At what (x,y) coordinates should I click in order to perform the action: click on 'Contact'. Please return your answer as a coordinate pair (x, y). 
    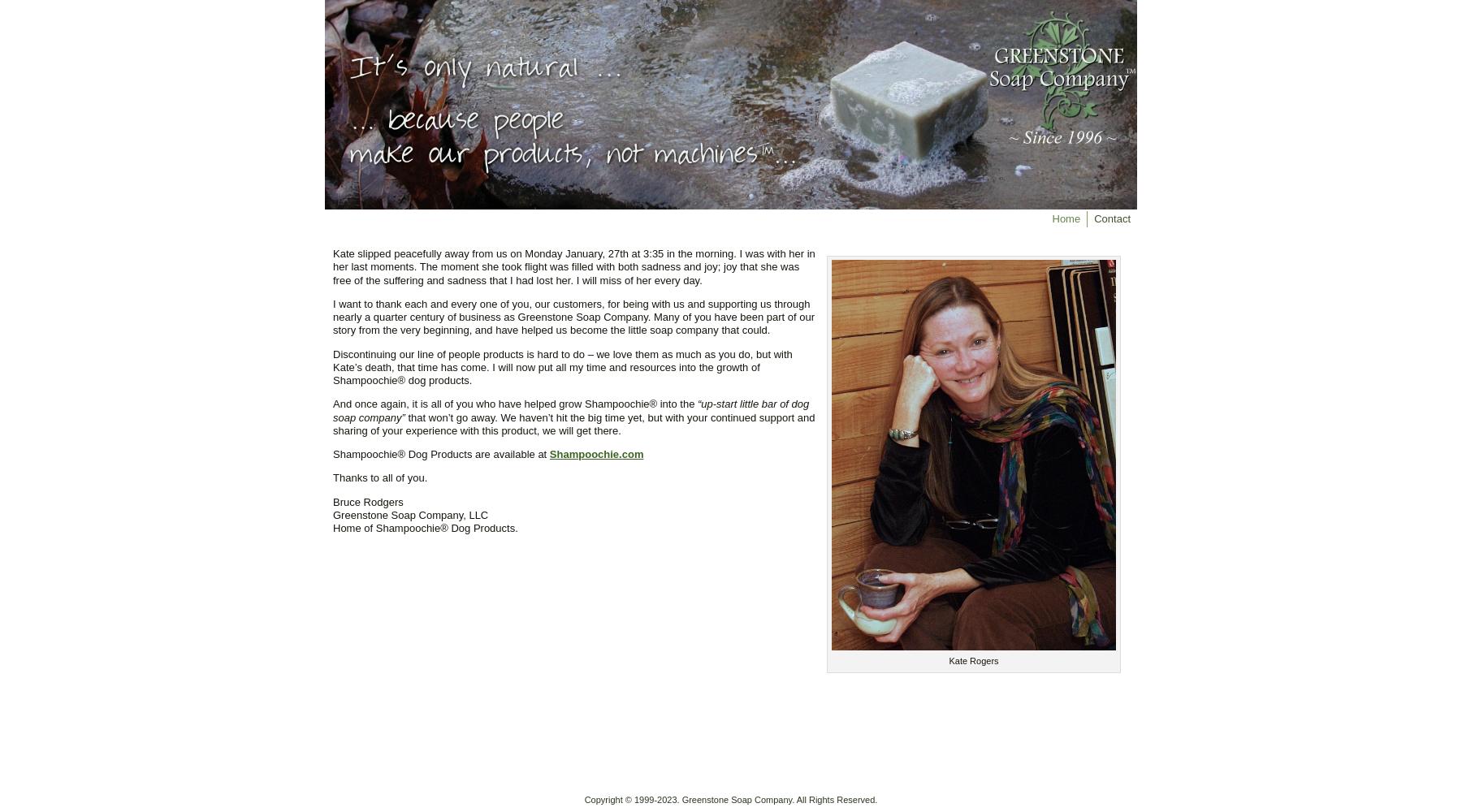
    Looking at the image, I should click on (1093, 218).